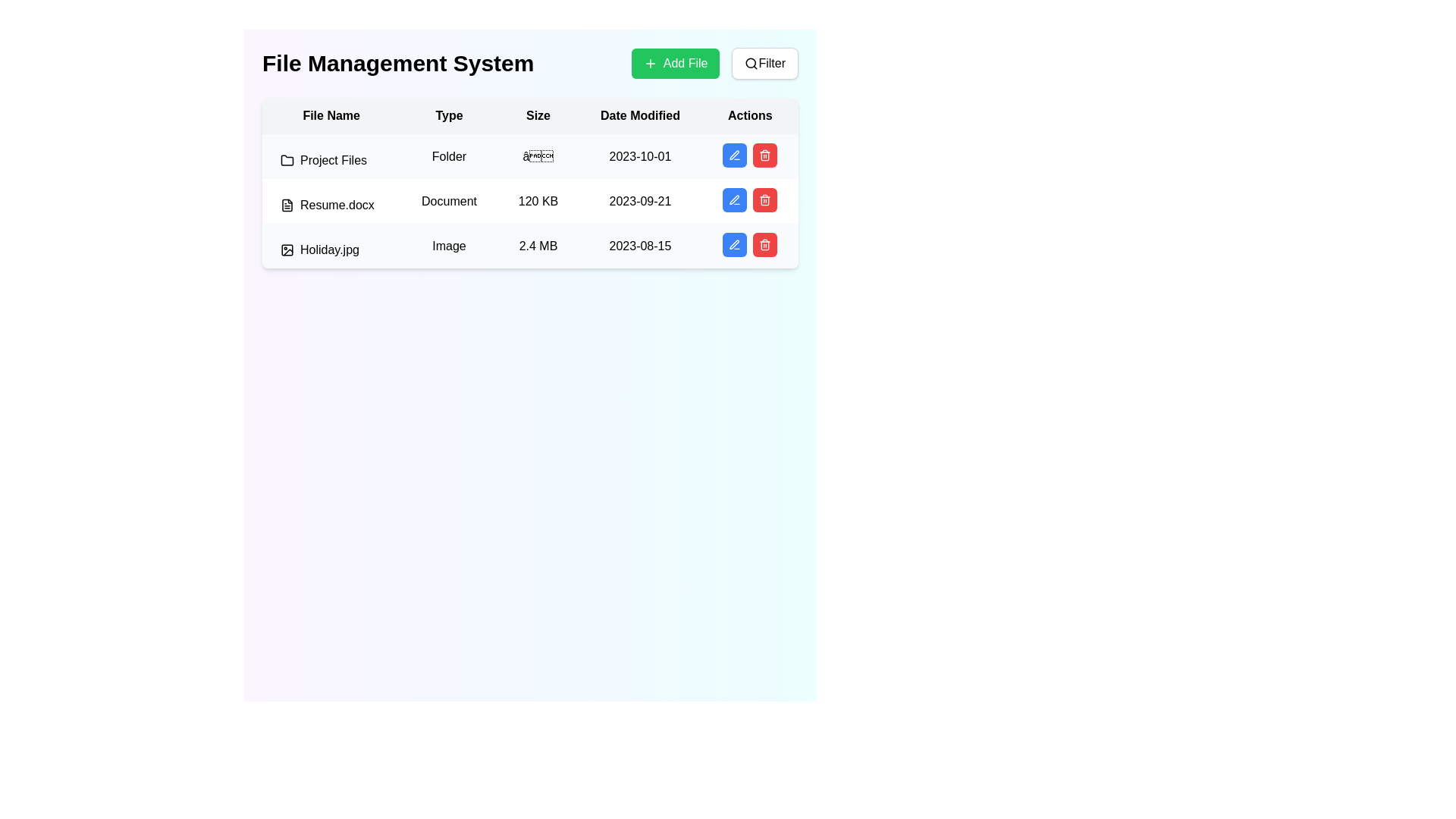  What do you see at coordinates (735, 199) in the screenshot?
I see `the blue button with a white pen icon in the 'Actions' column of the second row corresponding to 'Resume.docx'` at bounding box center [735, 199].